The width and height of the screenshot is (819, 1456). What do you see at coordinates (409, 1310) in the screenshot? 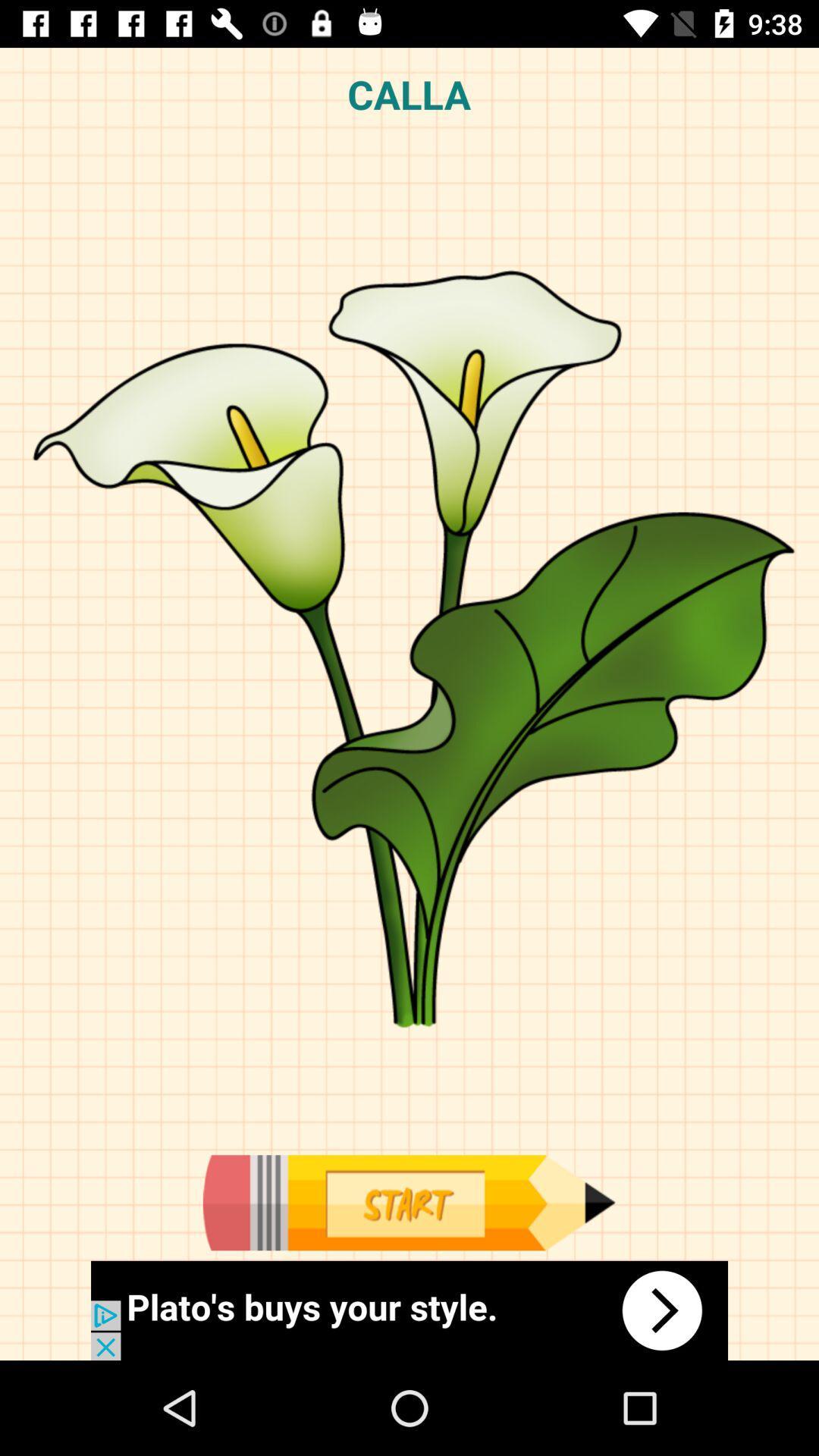
I see `advertiser` at bounding box center [409, 1310].